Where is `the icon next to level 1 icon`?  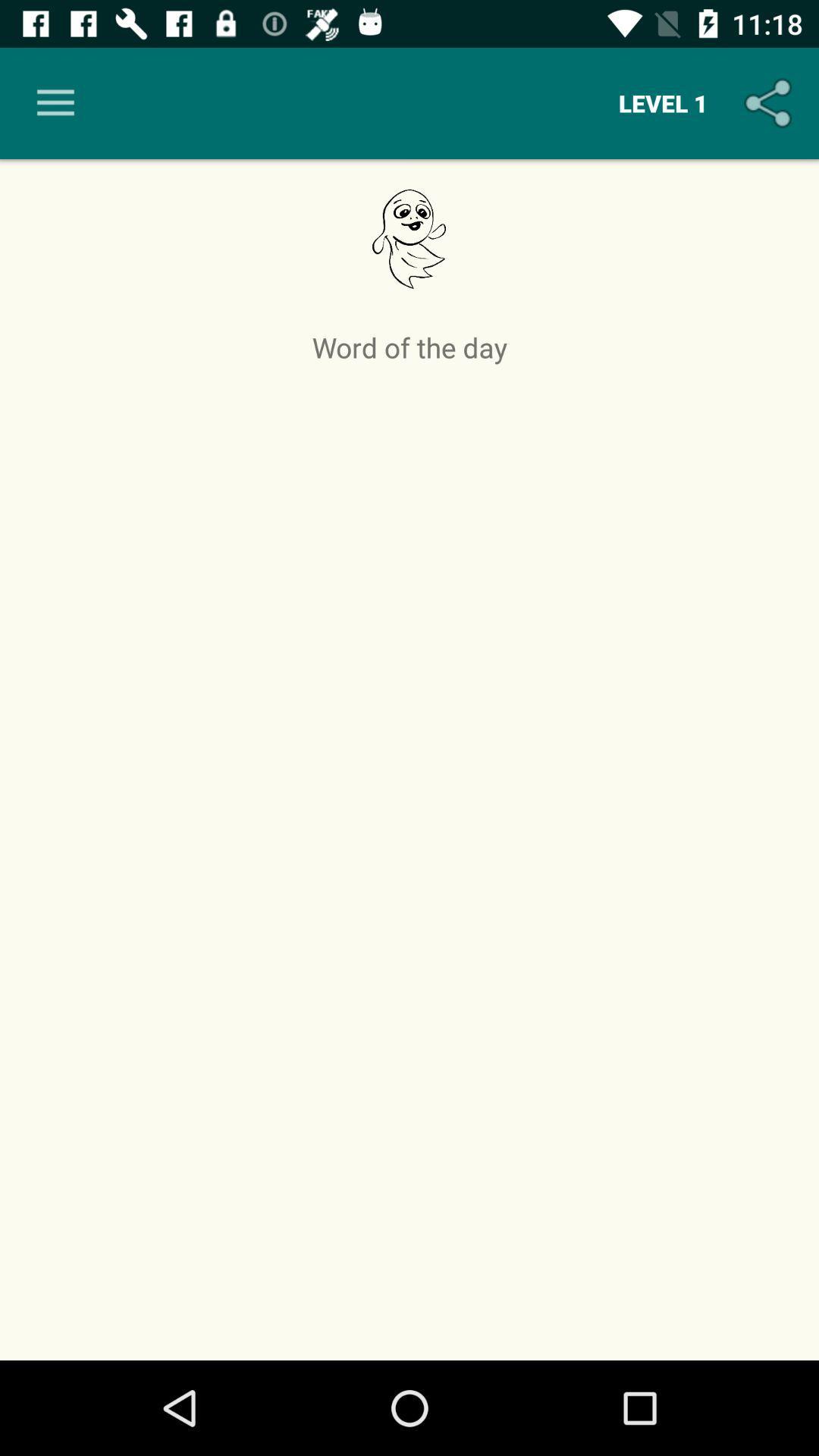 the icon next to level 1 icon is located at coordinates (55, 102).